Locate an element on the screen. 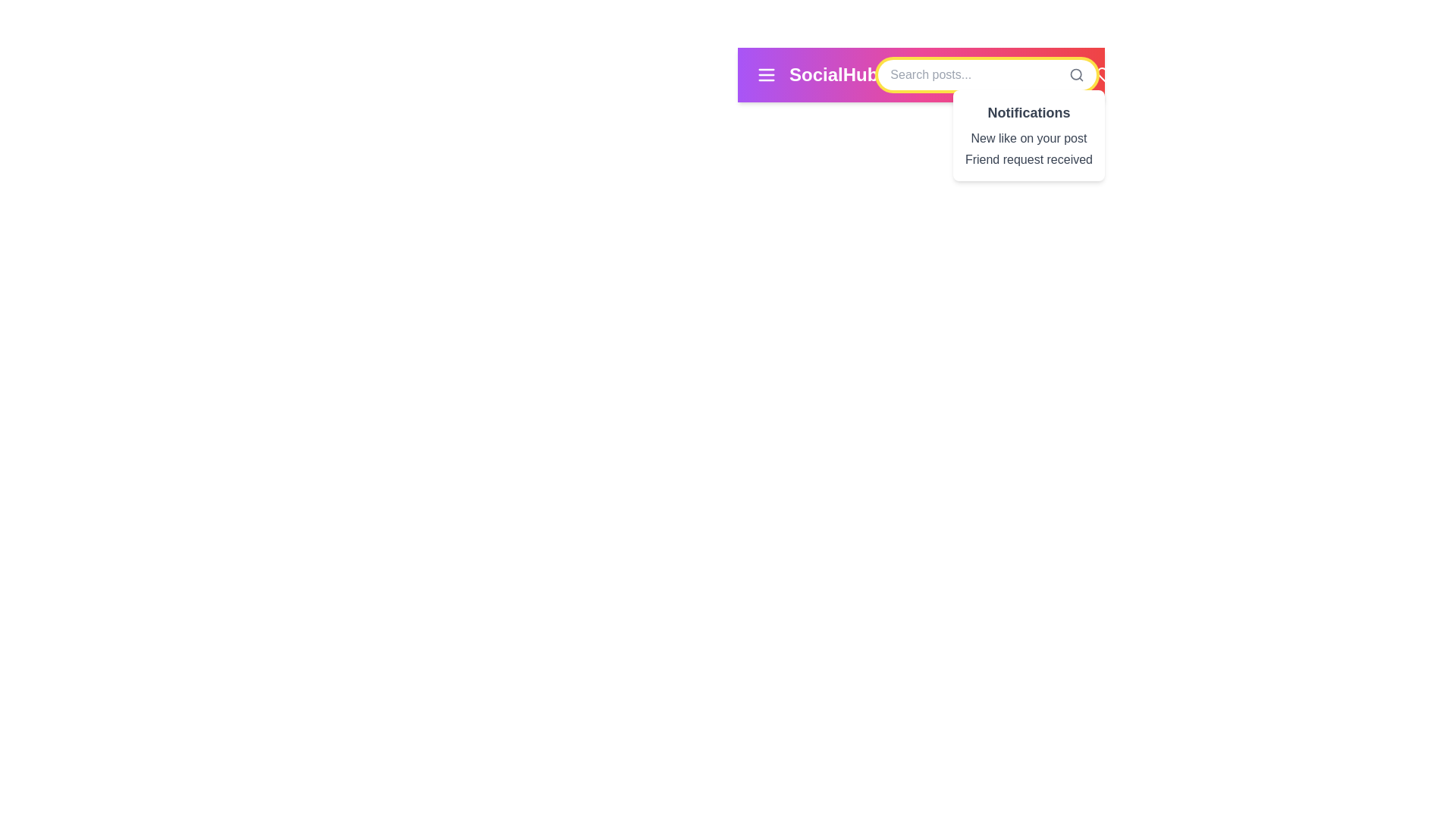  the menu button to open the menu is located at coordinates (767, 75).